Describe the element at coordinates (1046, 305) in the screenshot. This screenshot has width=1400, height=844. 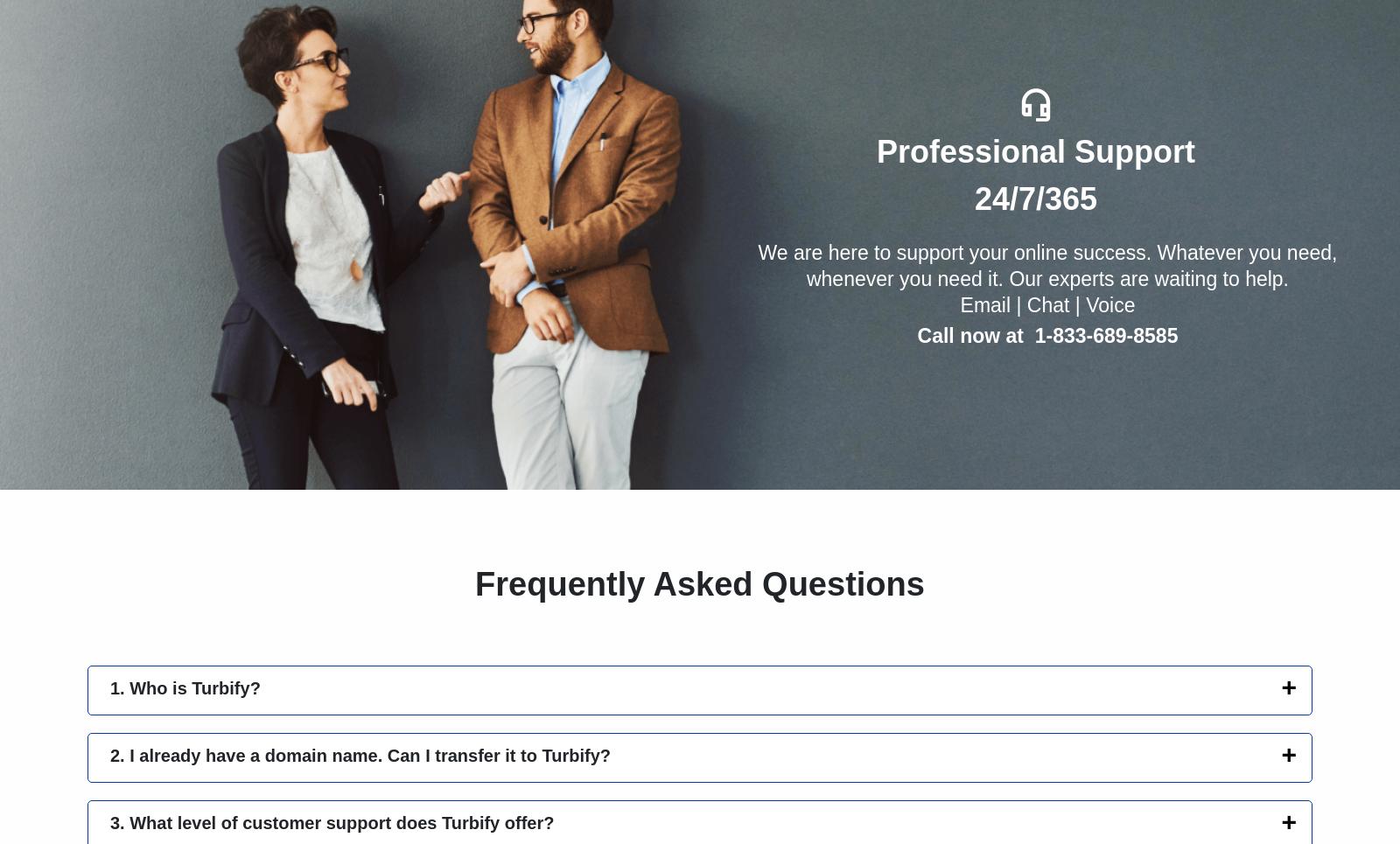
I see `'Email | Chat | Voice'` at that location.